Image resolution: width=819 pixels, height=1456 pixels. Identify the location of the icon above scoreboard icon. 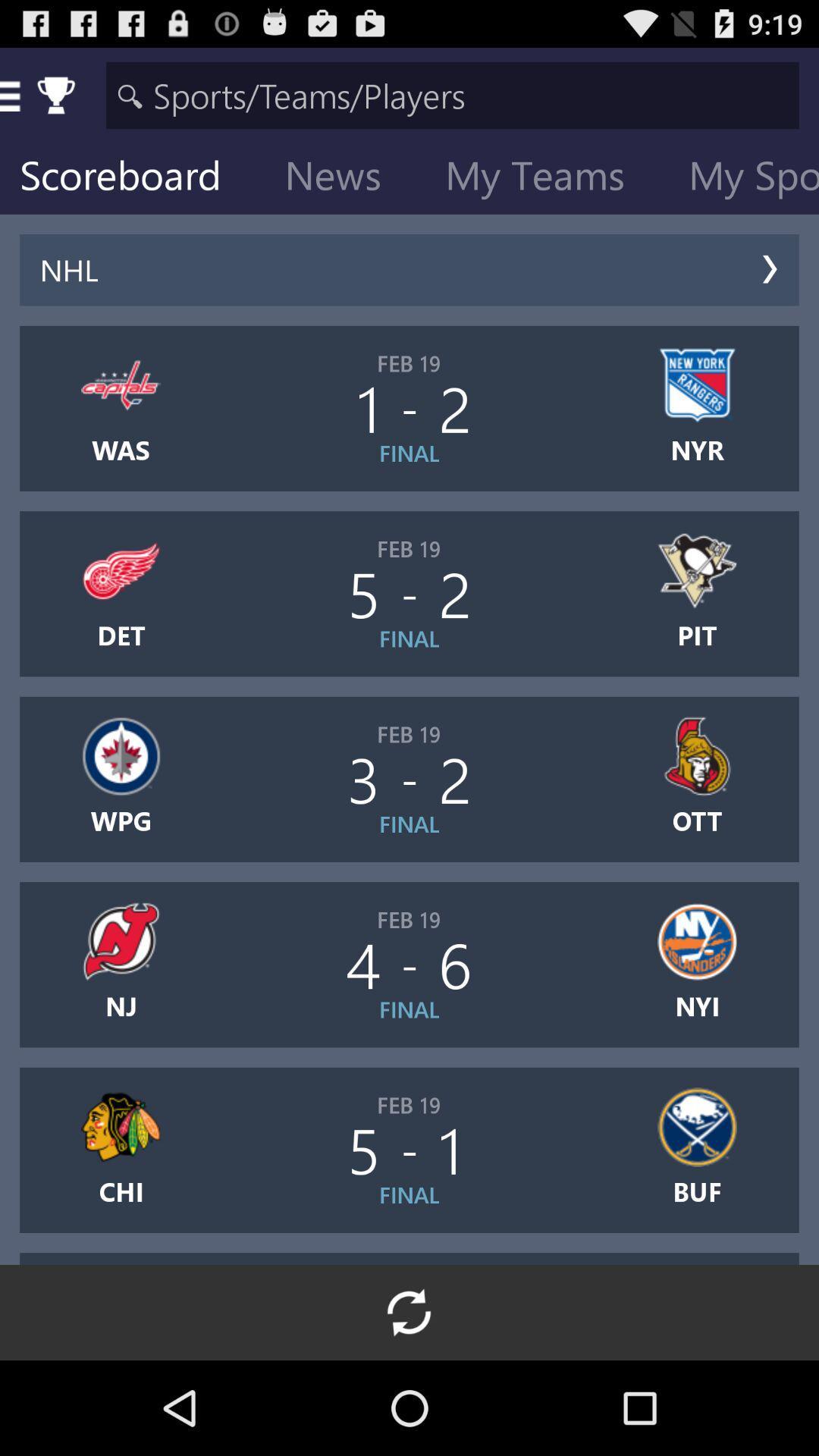
(452, 94).